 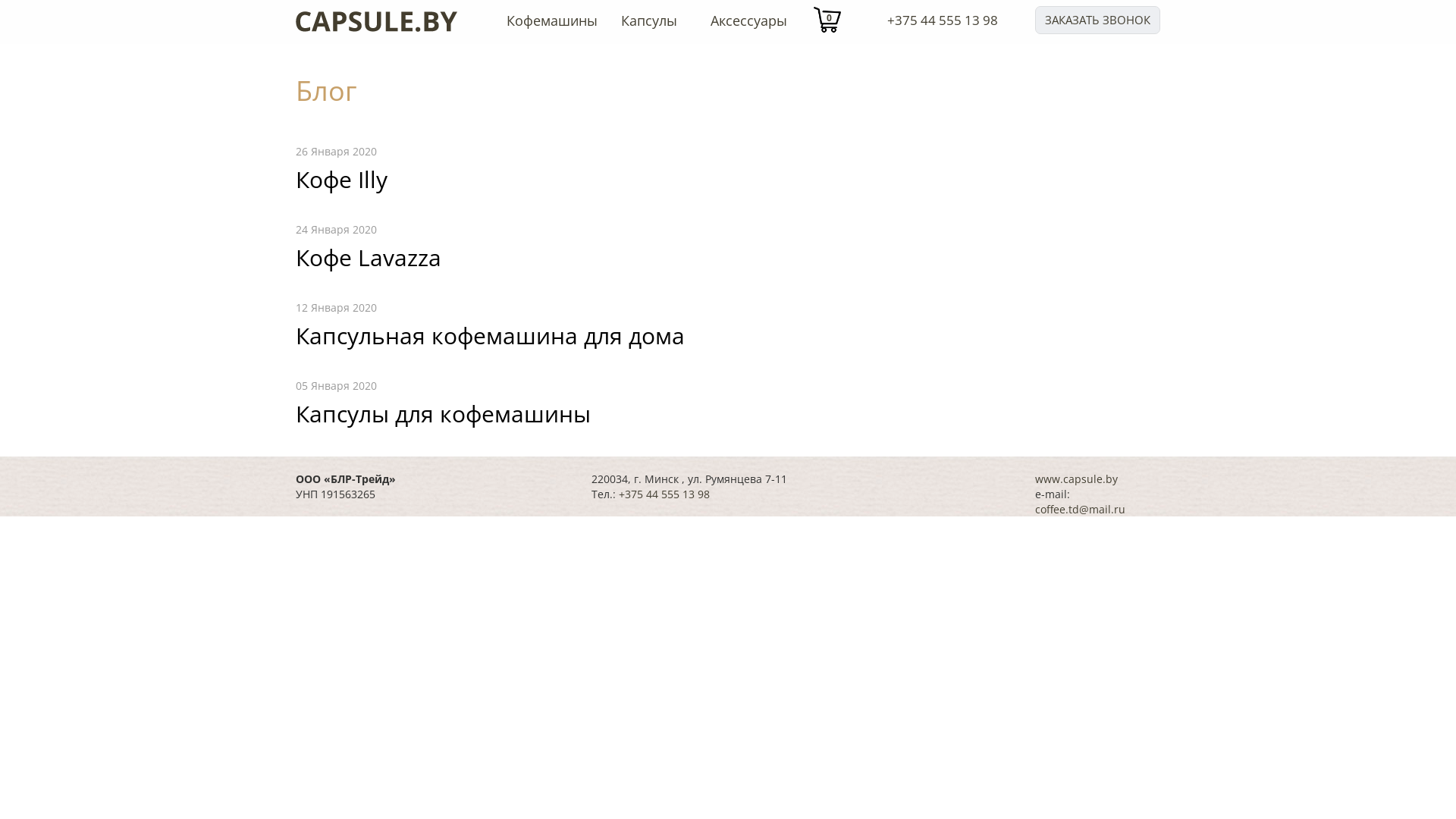 What do you see at coordinates (811, 20) in the screenshot?
I see `'0'` at bounding box center [811, 20].